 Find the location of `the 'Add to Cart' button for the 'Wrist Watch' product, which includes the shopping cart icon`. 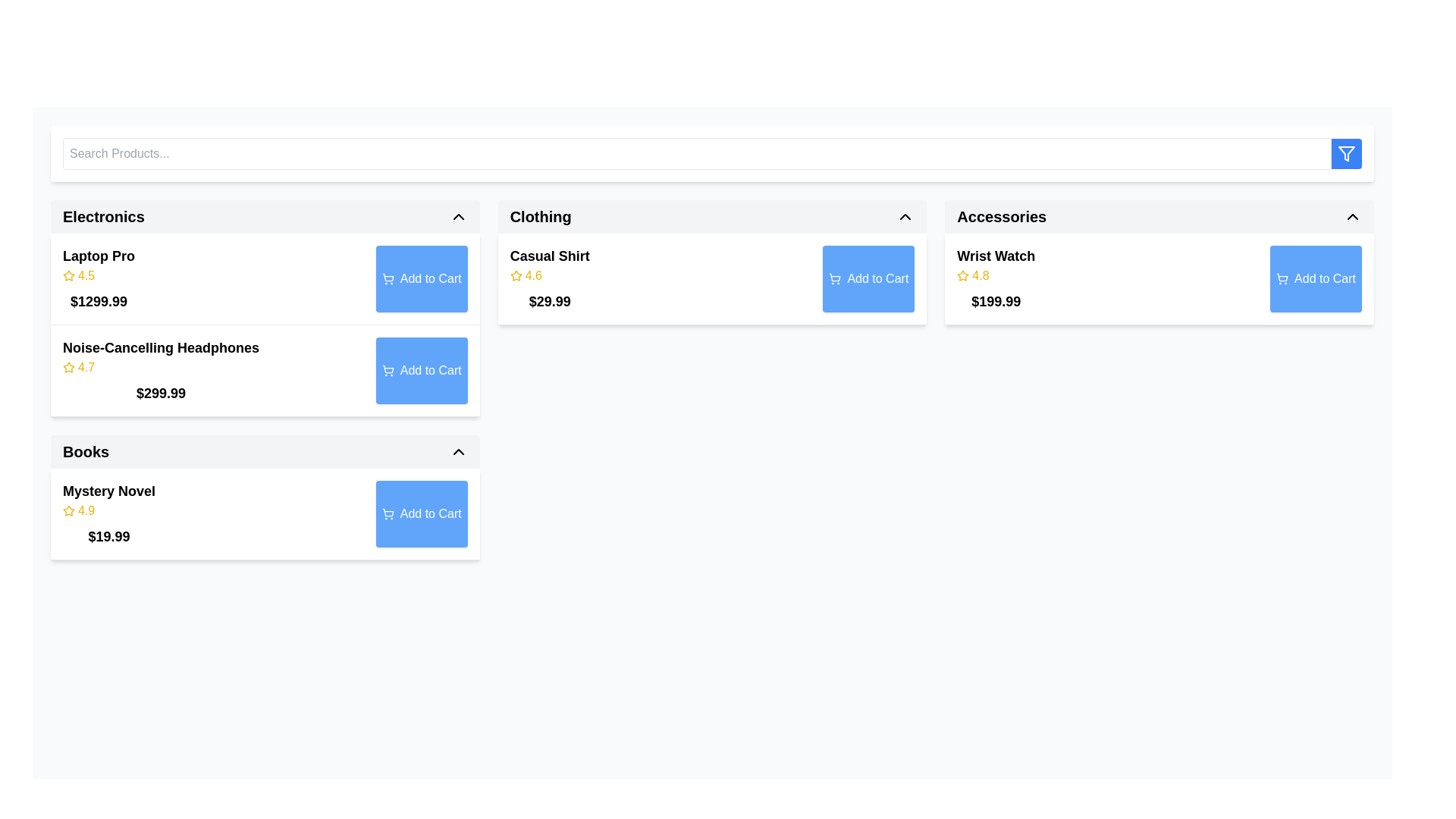

the 'Add to Cart' button for the 'Wrist Watch' product, which includes the shopping cart icon is located at coordinates (1282, 278).